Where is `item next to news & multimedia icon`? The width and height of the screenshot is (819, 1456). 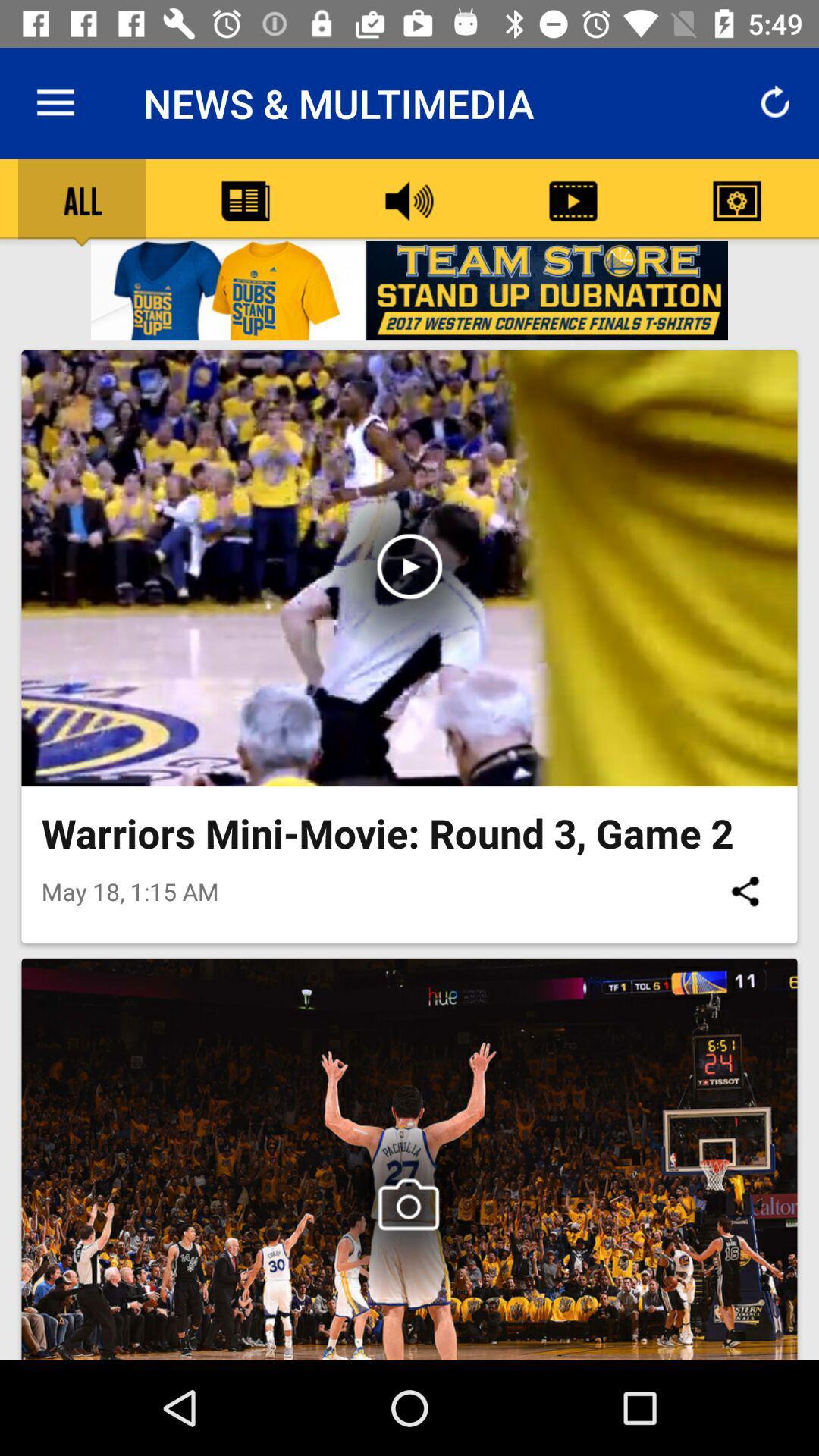 item next to news & multimedia icon is located at coordinates (55, 102).